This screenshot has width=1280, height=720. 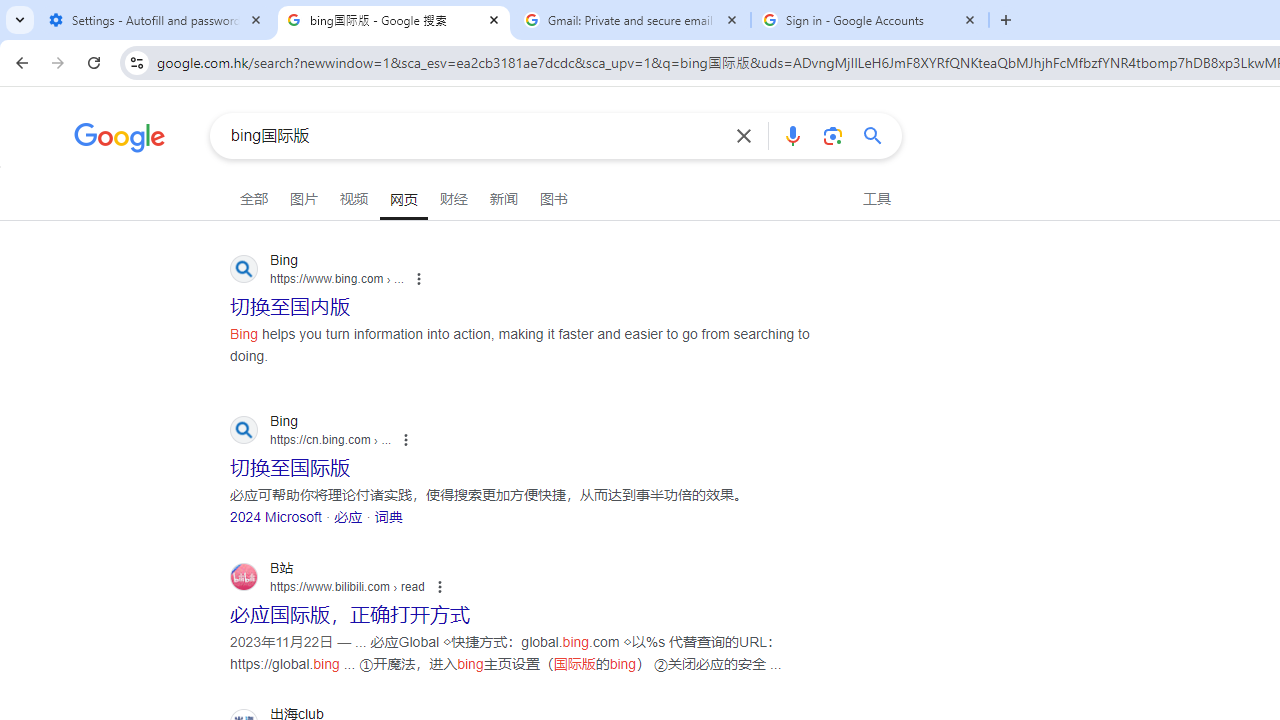 I want to click on 'Search tabs', so click(x=20, y=20).